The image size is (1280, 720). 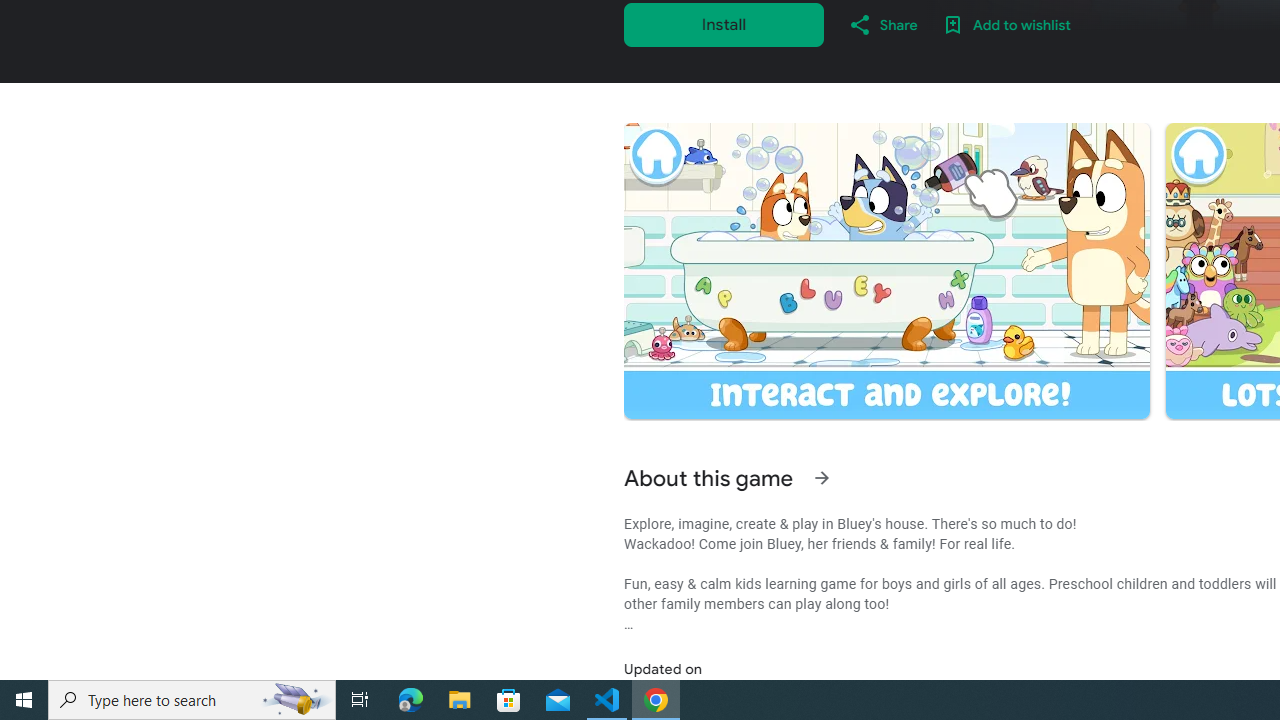 What do you see at coordinates (1006, 24) in the screenshot?
I see `'Add to wishlist'` at bounding box center [1006, 24].